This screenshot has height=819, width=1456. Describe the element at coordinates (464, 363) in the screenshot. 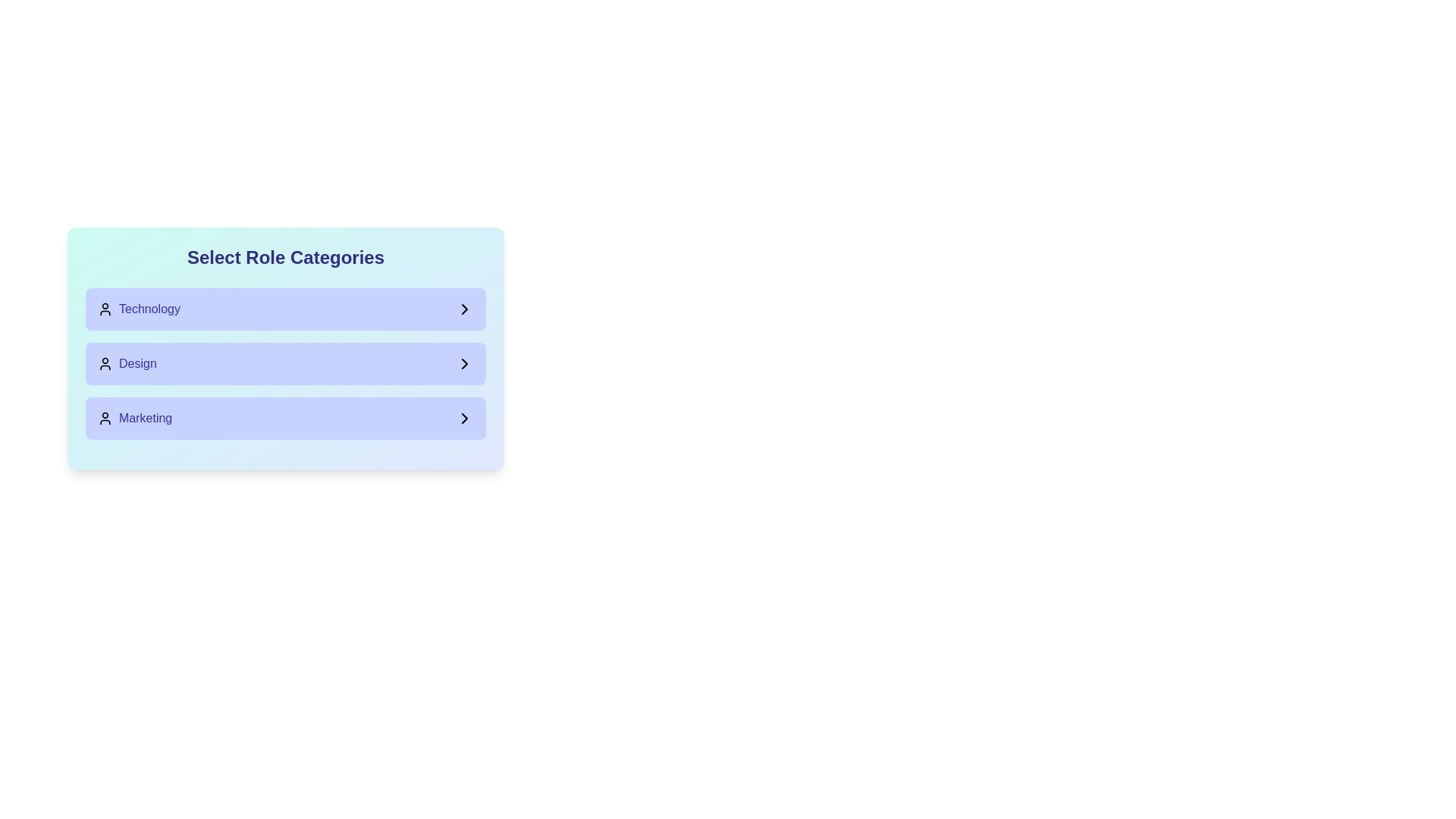

I see `the right-pointing chevron icon with a black outline at the far-right end of the 'Design' list item row under the 'Select Role Categories' section to proceed to a new page or view` at that location.